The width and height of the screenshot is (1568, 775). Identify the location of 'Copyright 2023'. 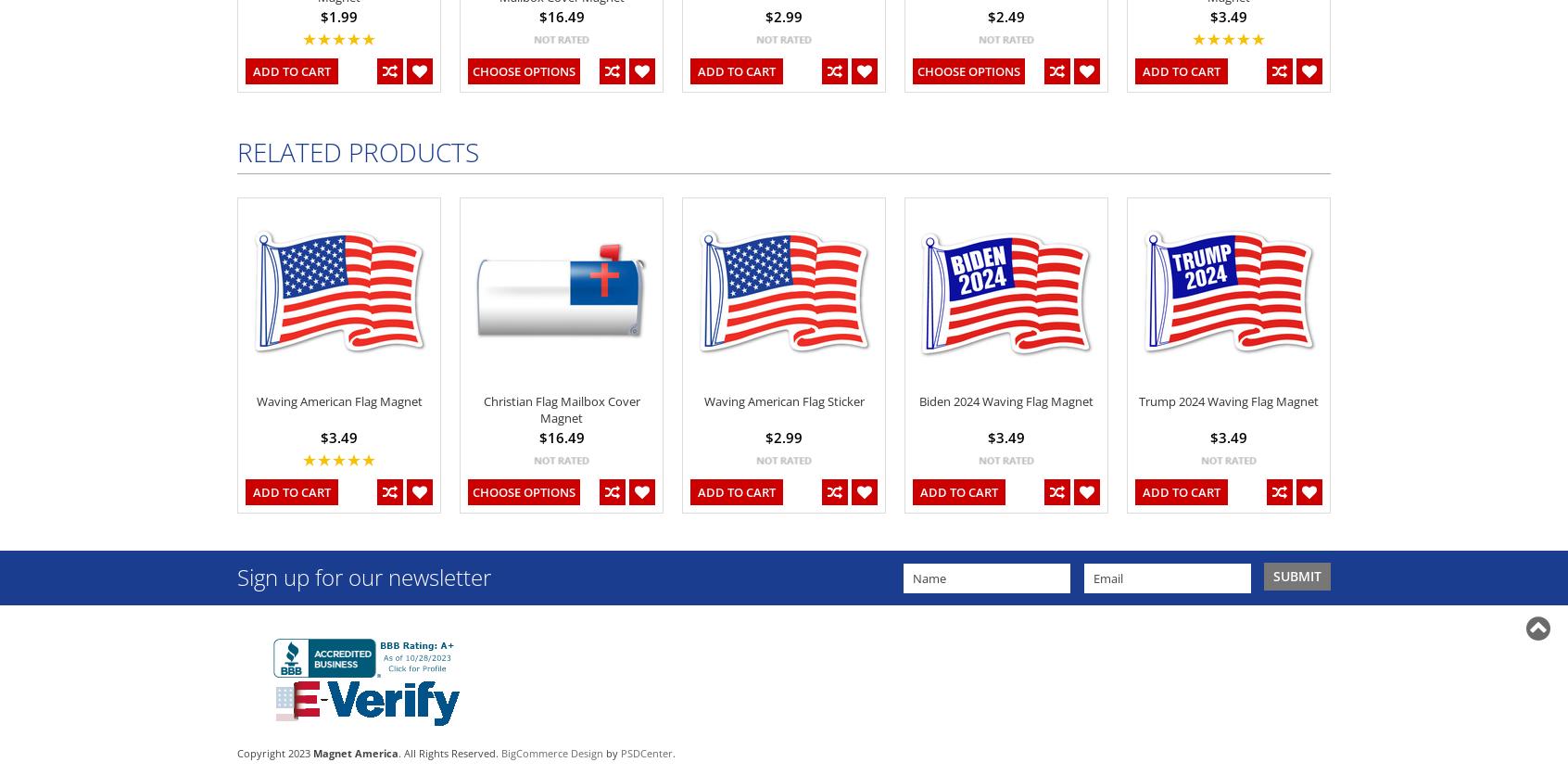
(236, 751).